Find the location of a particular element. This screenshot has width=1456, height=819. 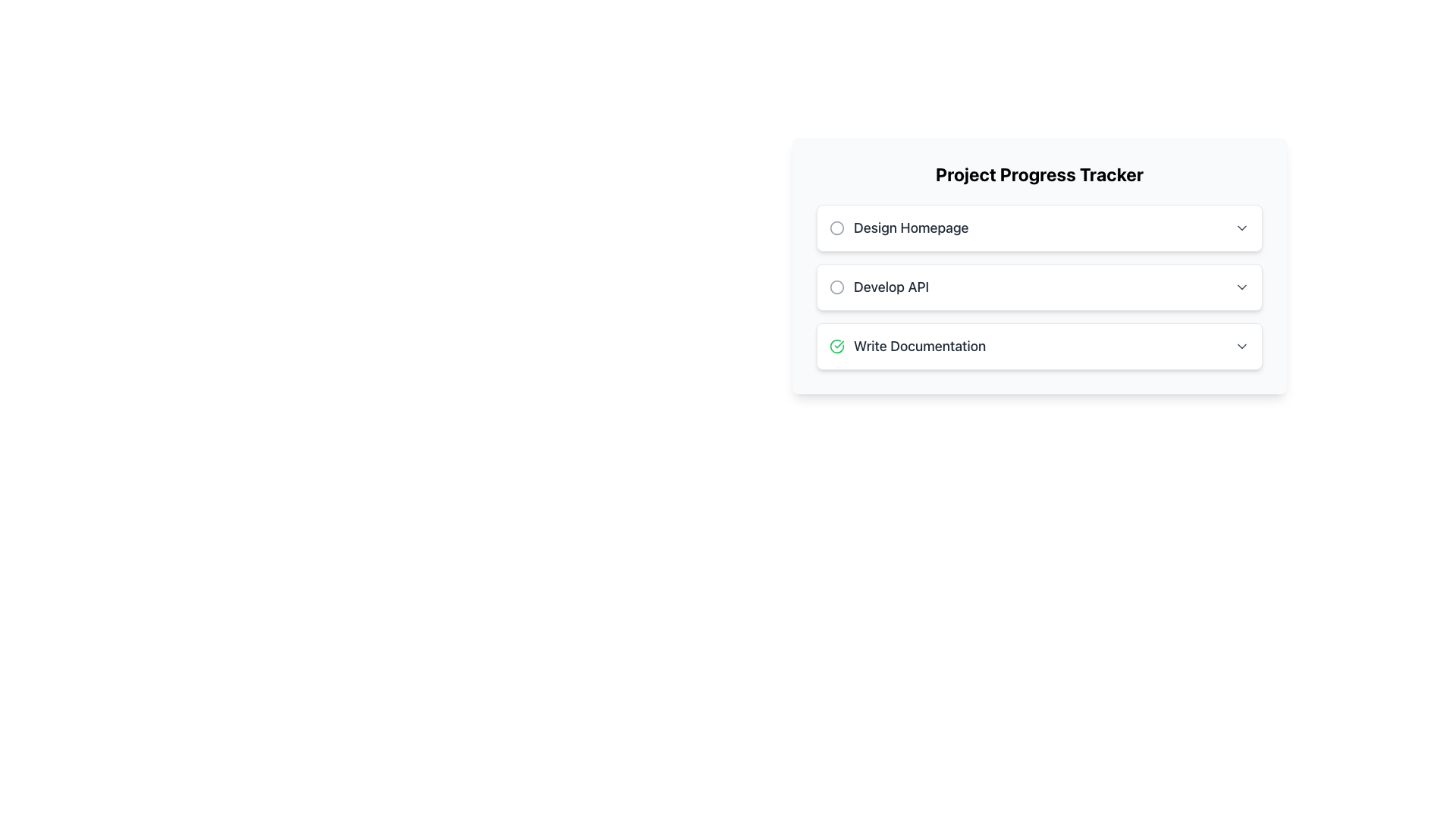

the inactive Circle icon with a gray outline located in the second section of the 'Project Progress Tracker' list, next to the 'Develop API' text is located at coordinates (836, 287).